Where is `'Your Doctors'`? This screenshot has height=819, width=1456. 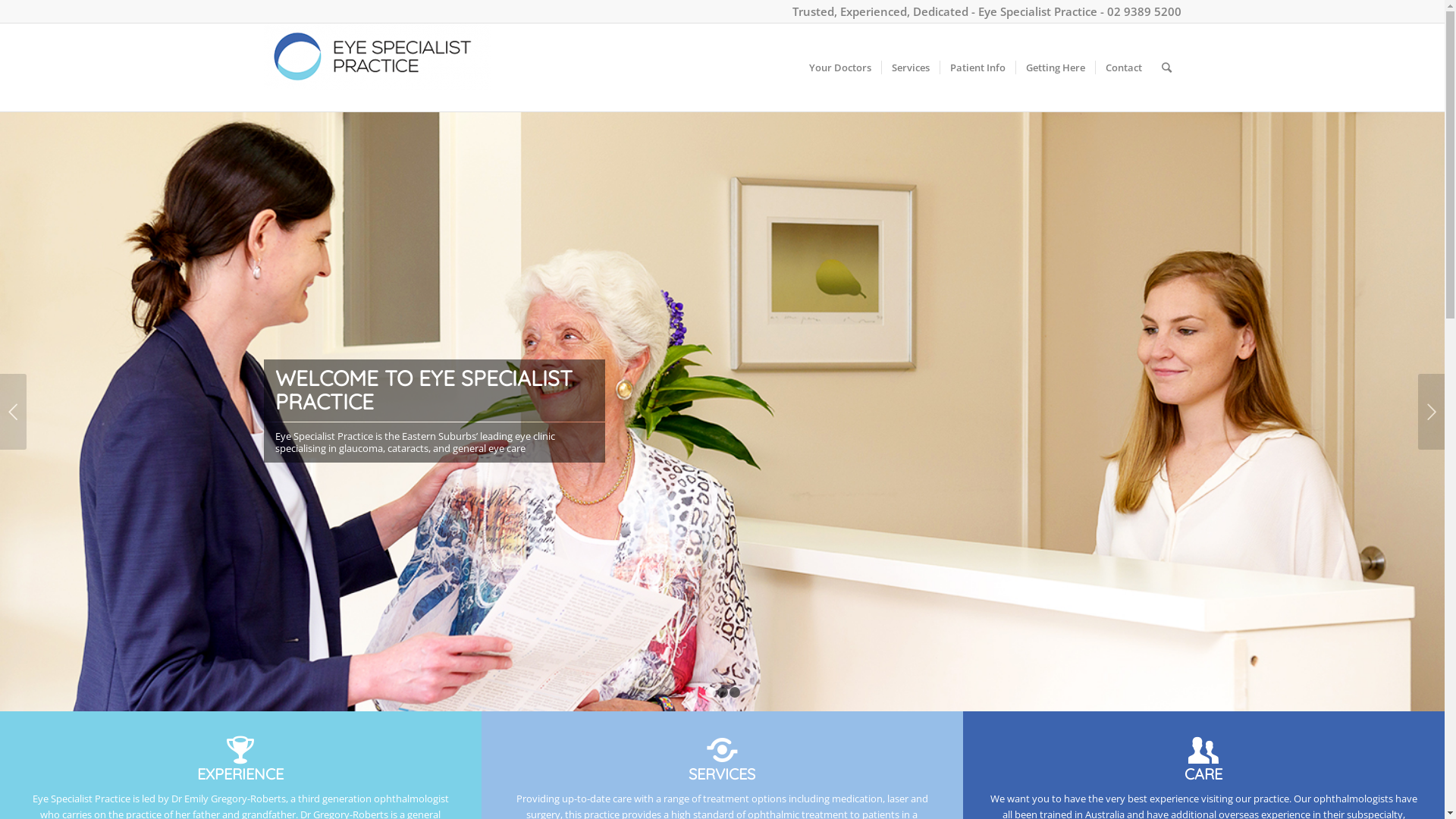 'Your Doctors' is located at coordinates (839, 66).